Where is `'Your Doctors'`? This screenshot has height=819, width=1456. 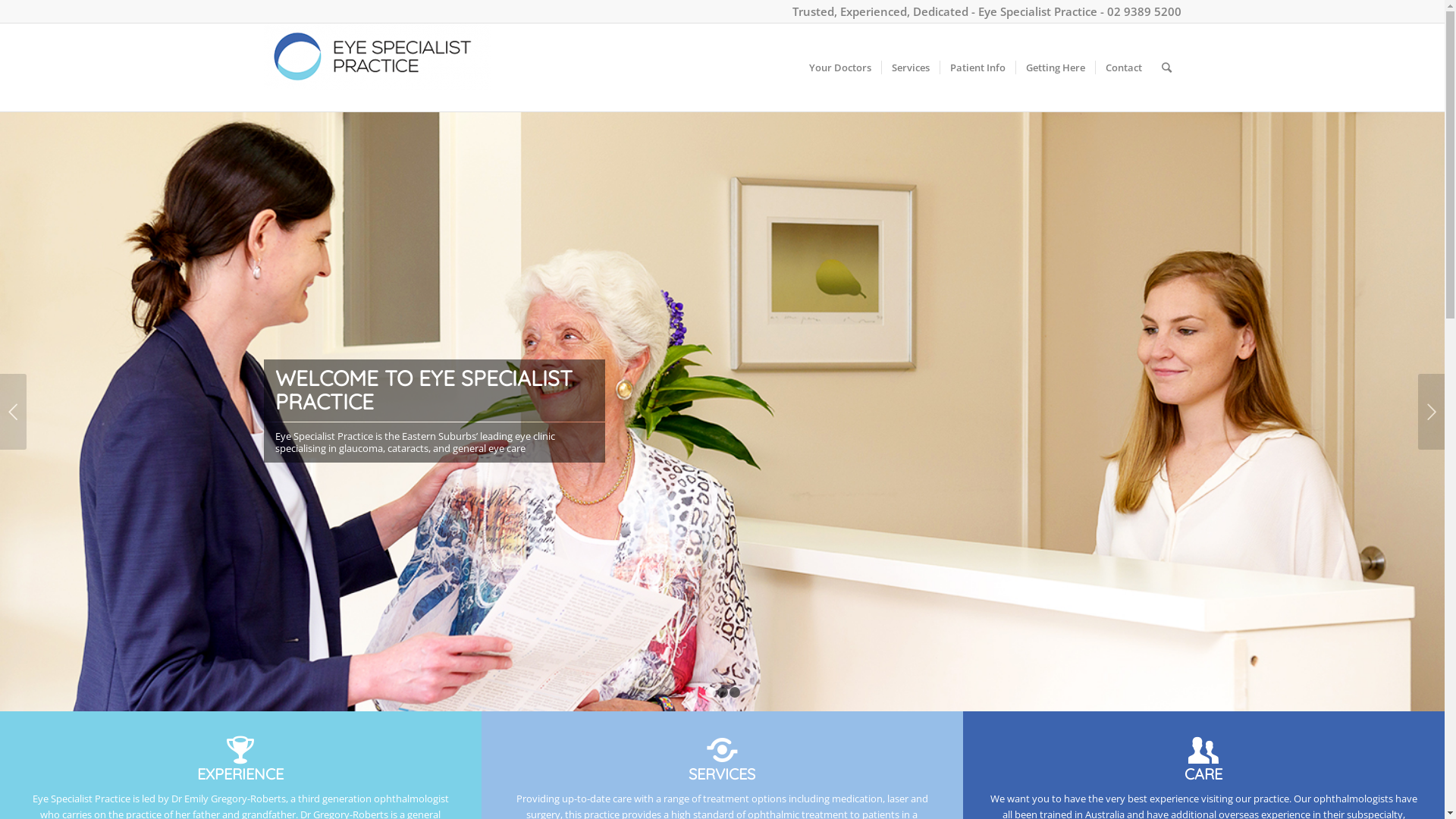 'Your Doctors' is located at coordinates (839, 66).